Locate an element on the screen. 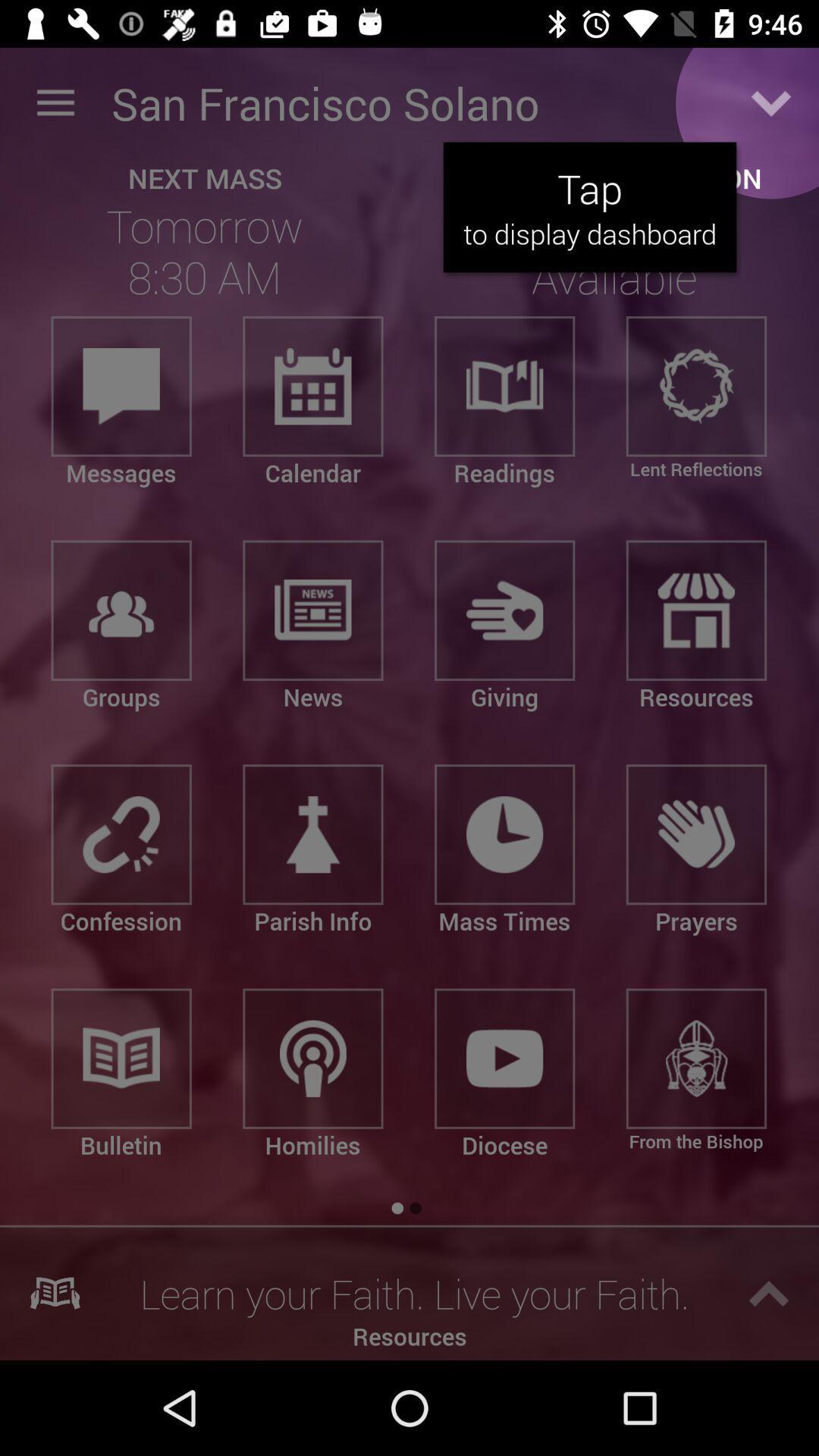 This screenshot has width=819, height=1456. the icon next to san francisco solano icon is located at coordinates (771, 102).